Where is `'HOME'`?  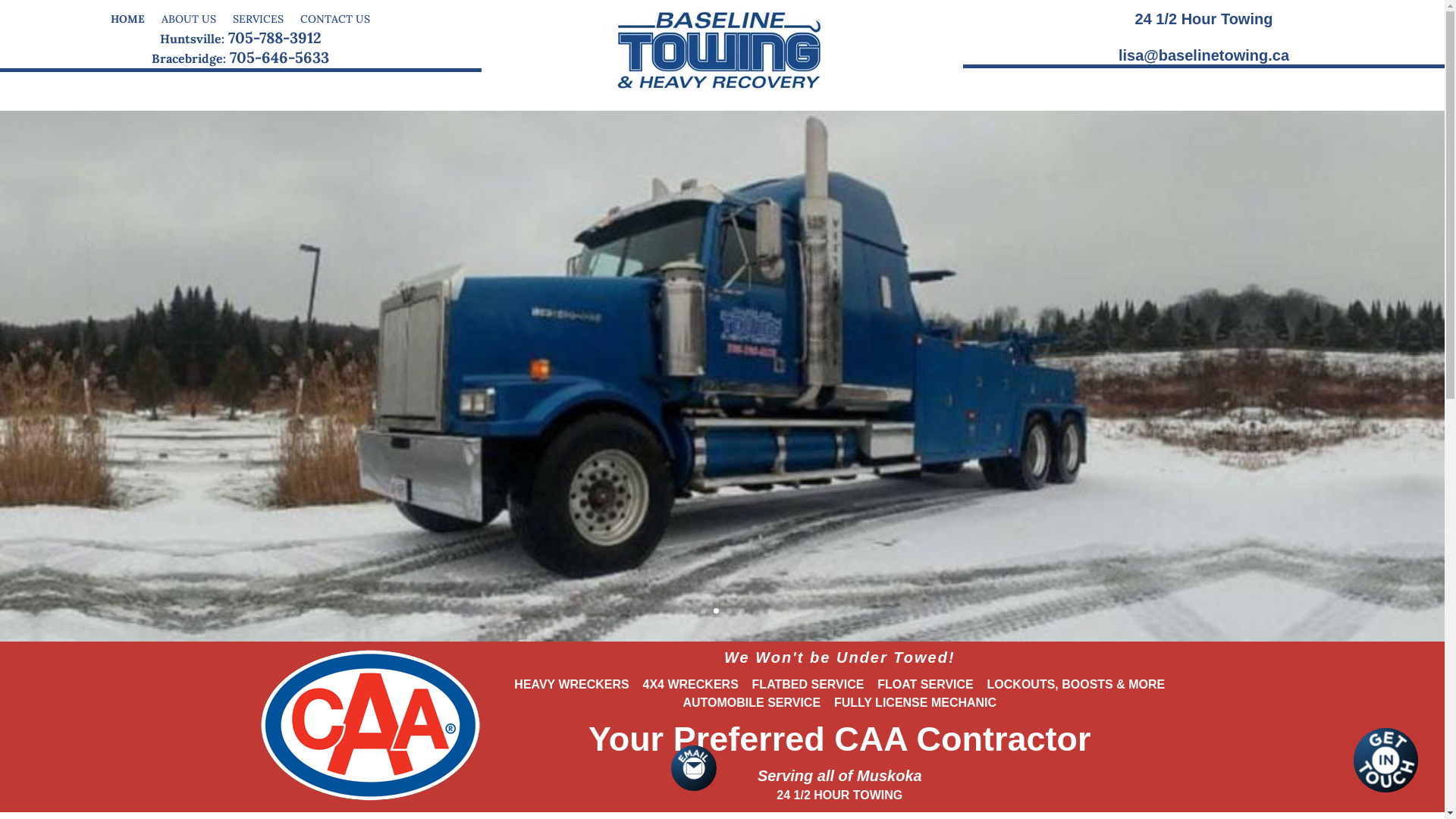 'HOME' is located at coordinates (127, 14).